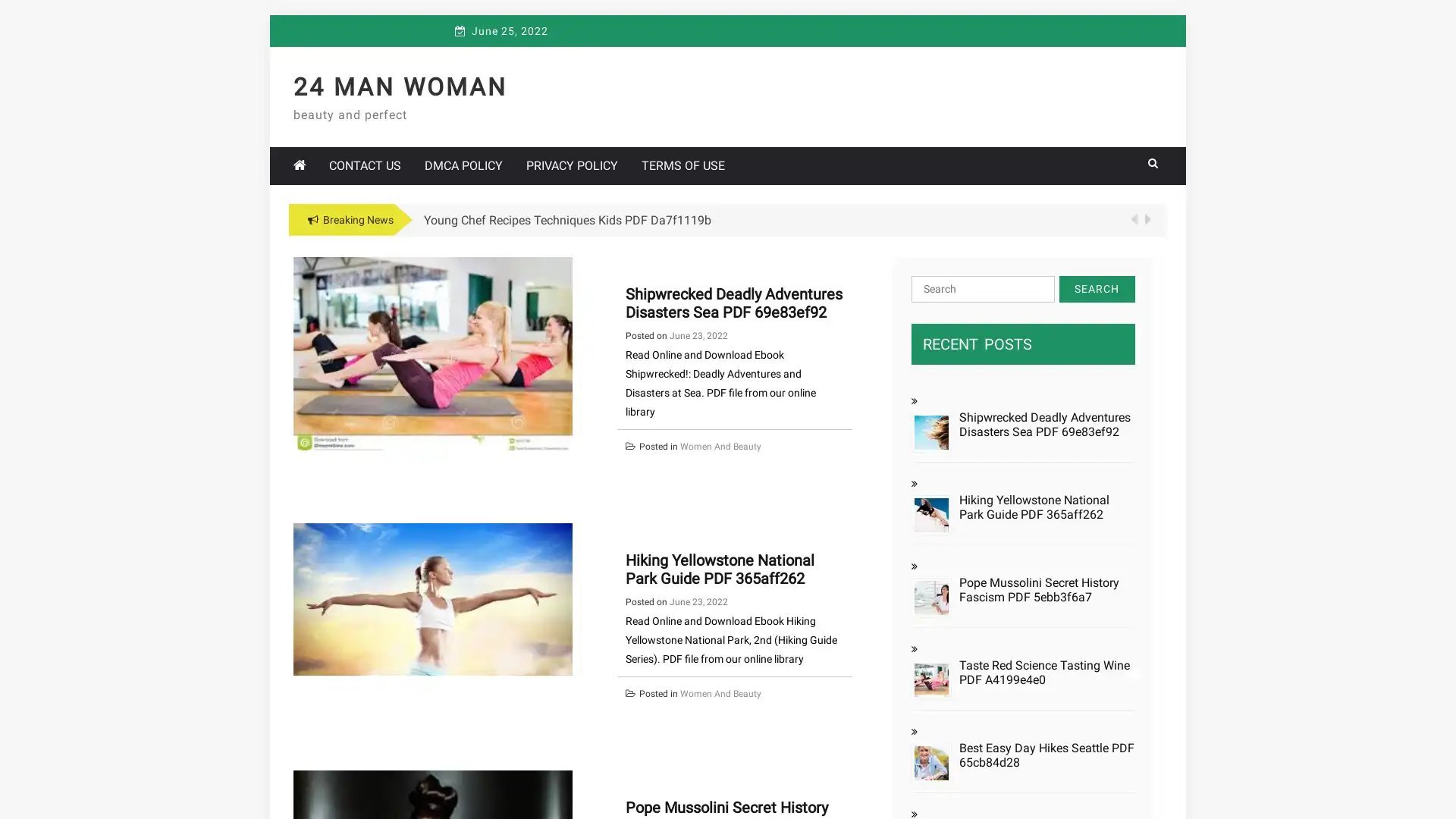 The width and height of the screenshot is (1456, 819). I want to click on Search, so click(1096, 288).